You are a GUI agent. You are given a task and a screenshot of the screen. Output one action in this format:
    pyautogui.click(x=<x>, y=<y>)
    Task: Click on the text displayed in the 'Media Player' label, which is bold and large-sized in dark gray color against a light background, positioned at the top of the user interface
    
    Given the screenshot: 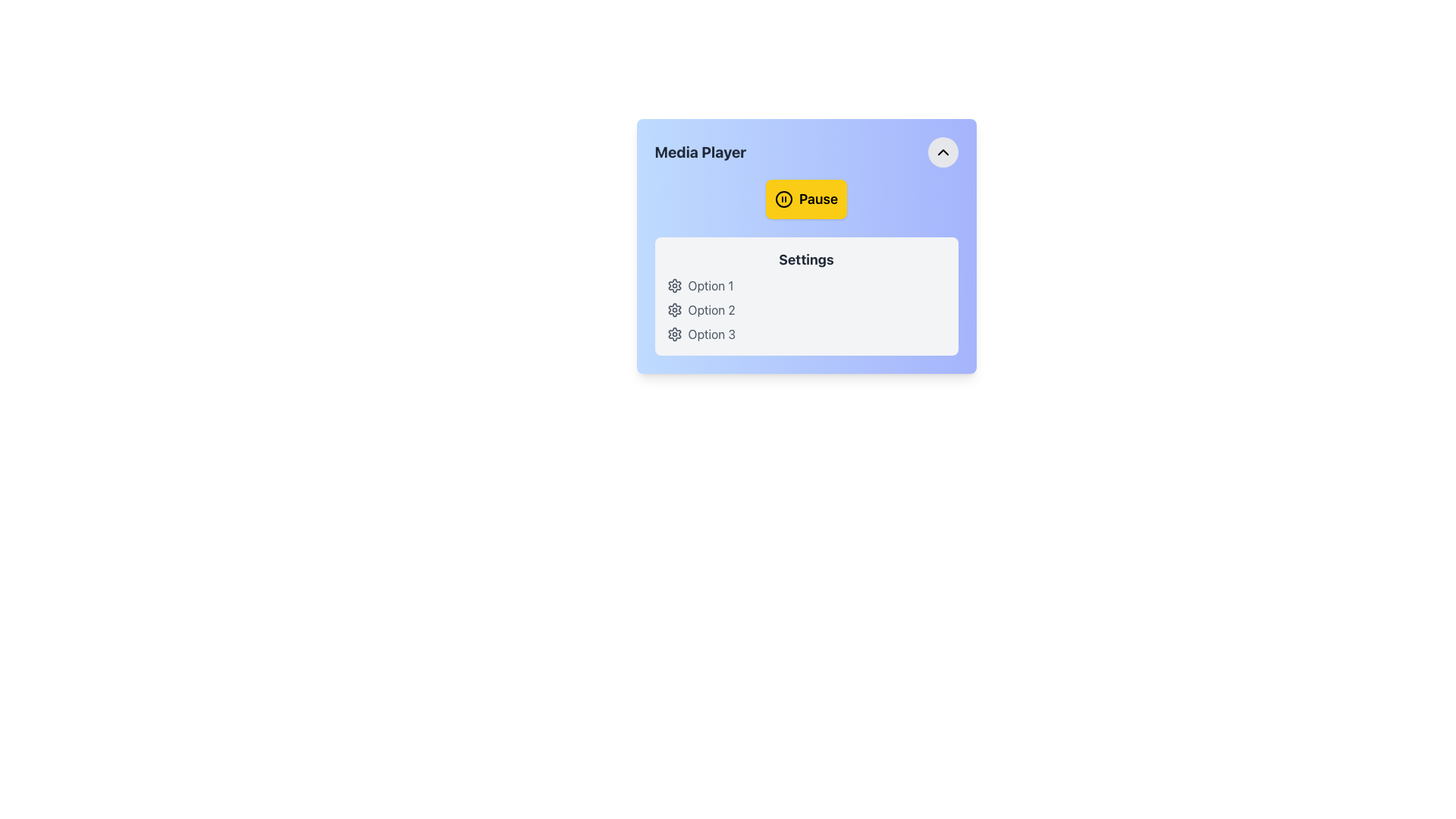 What is the action you would take?
    pyautogui.click(x=699, y=152)
    